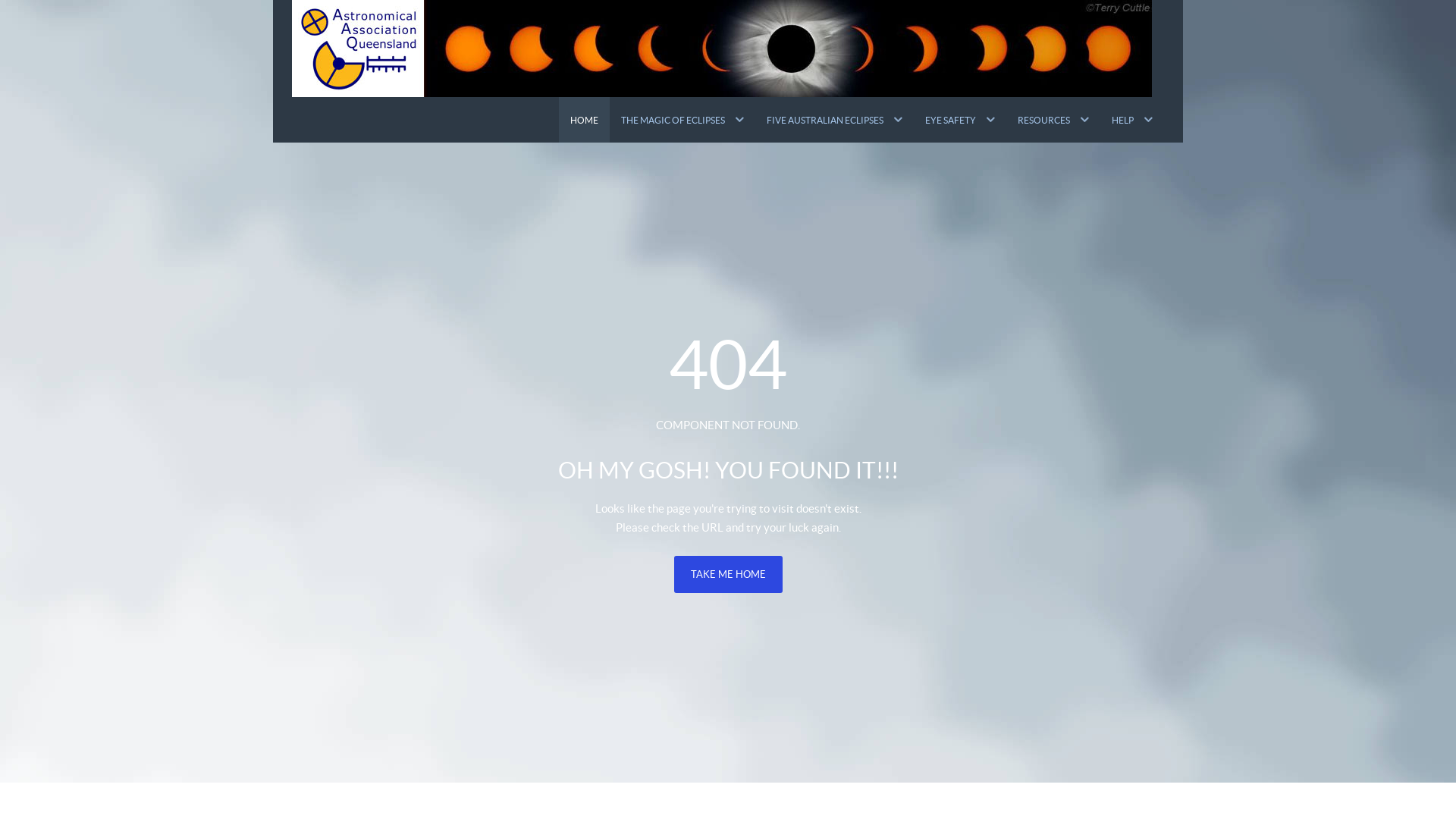 This screenshot has width=1456, height=819. I want to click on 'THE MAGIC OF ECLIPSES', so click(682, 119).